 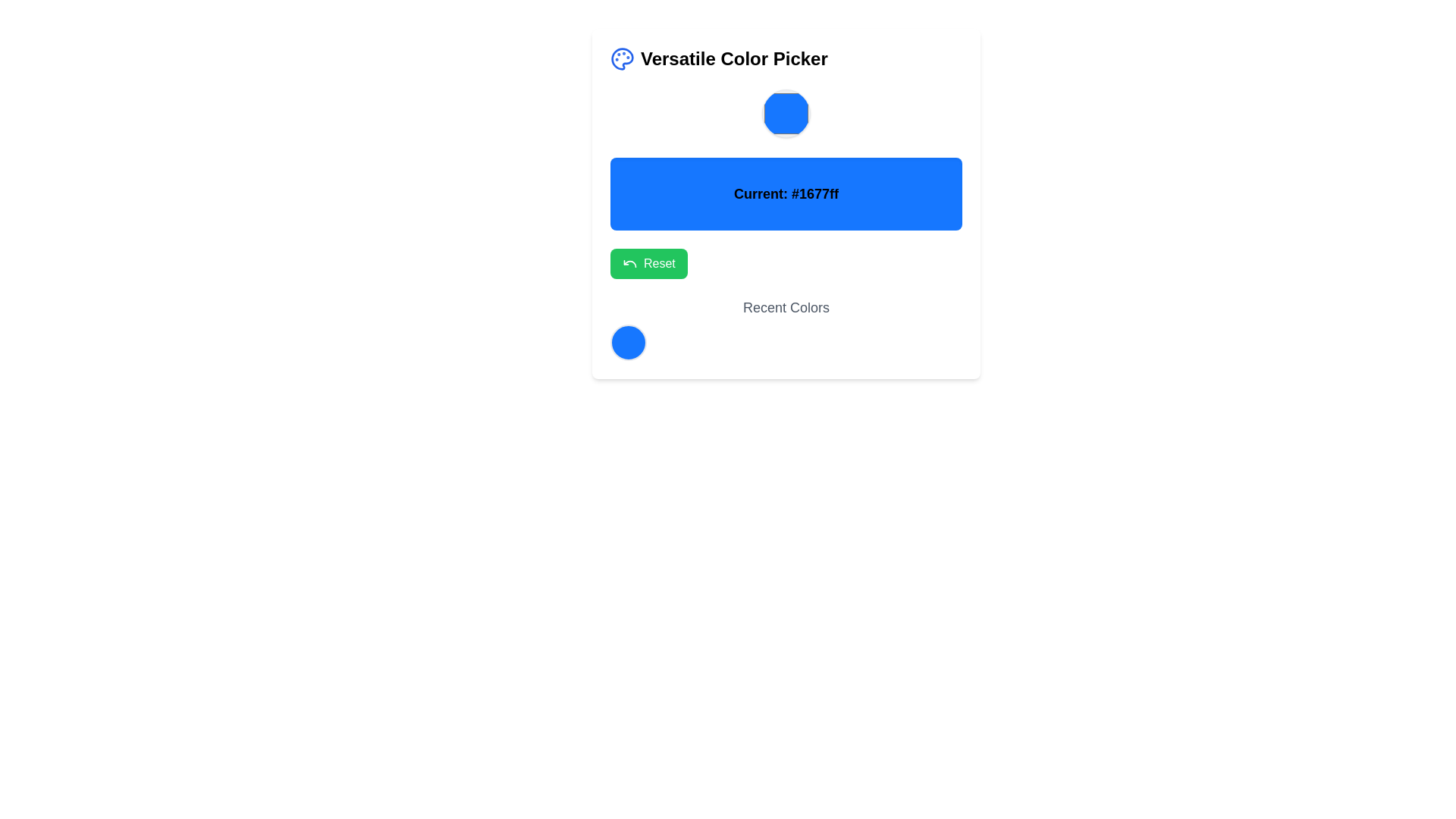 What do you see at coordinates (786, 203) in the screenshot?
I see `the label displaying the currently selected color code '#1677ff' in the 'Versatile Color Picker' section` at bounding box center [786, 203].